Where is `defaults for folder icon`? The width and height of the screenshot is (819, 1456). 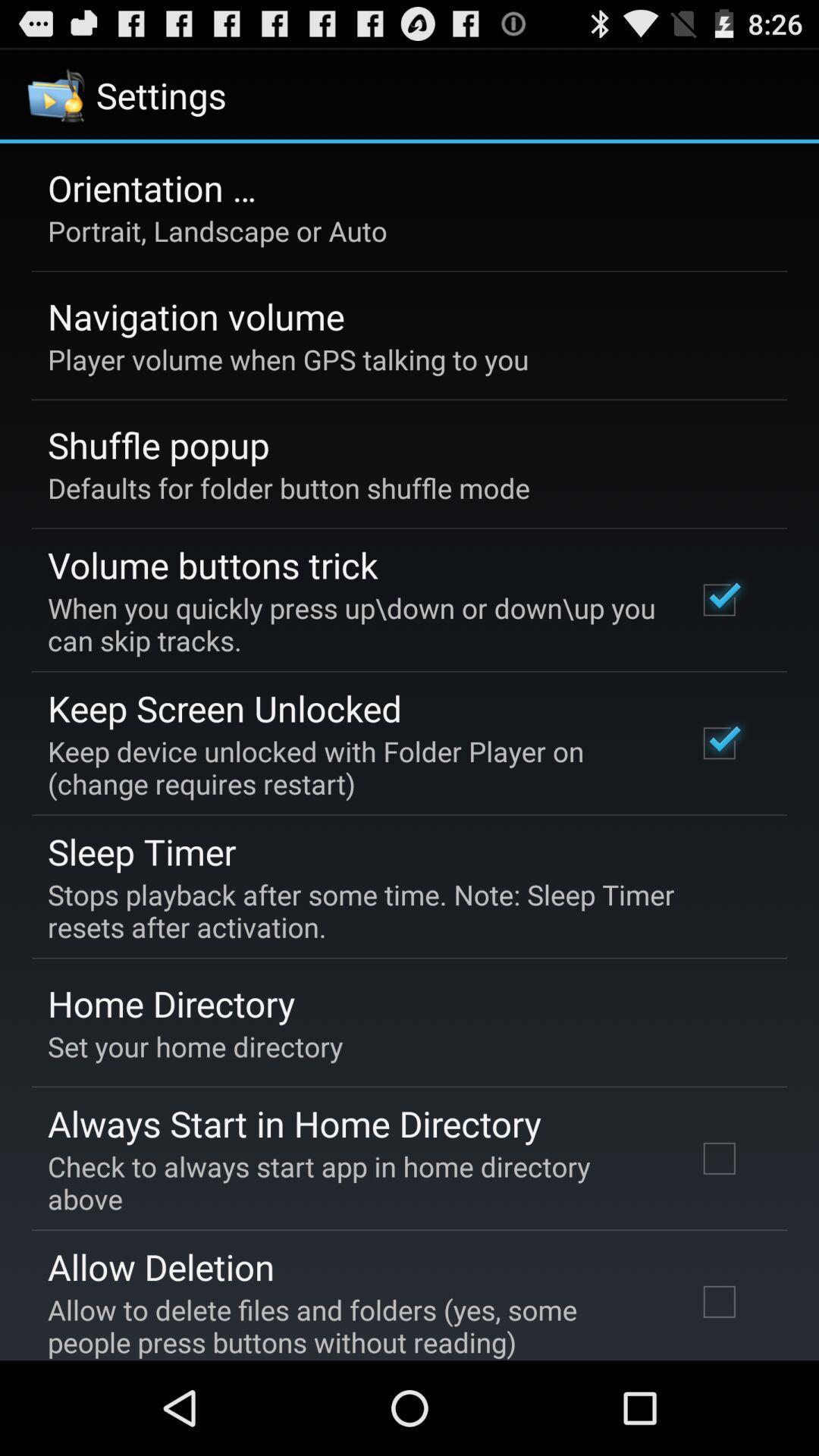 defaults for folder icon is located at coordinates (289, 488).